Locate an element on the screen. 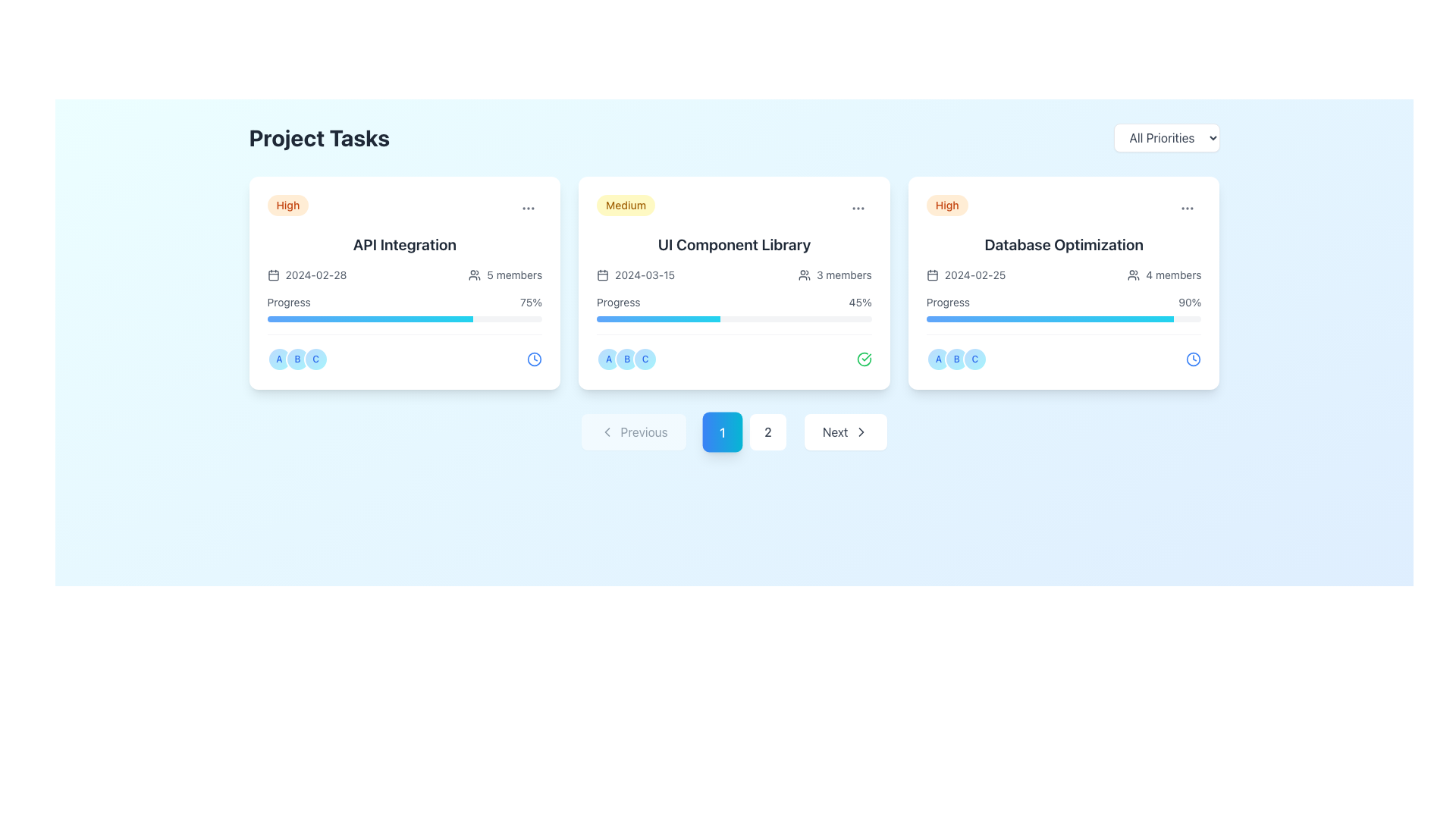 The height and width of the screenshot is (819, 1456). second circular badge located between badges labeled 'A' and 'C' beneath the progress bar in the card labeled 'UI Component Library' is located at coordinates (627, 359).